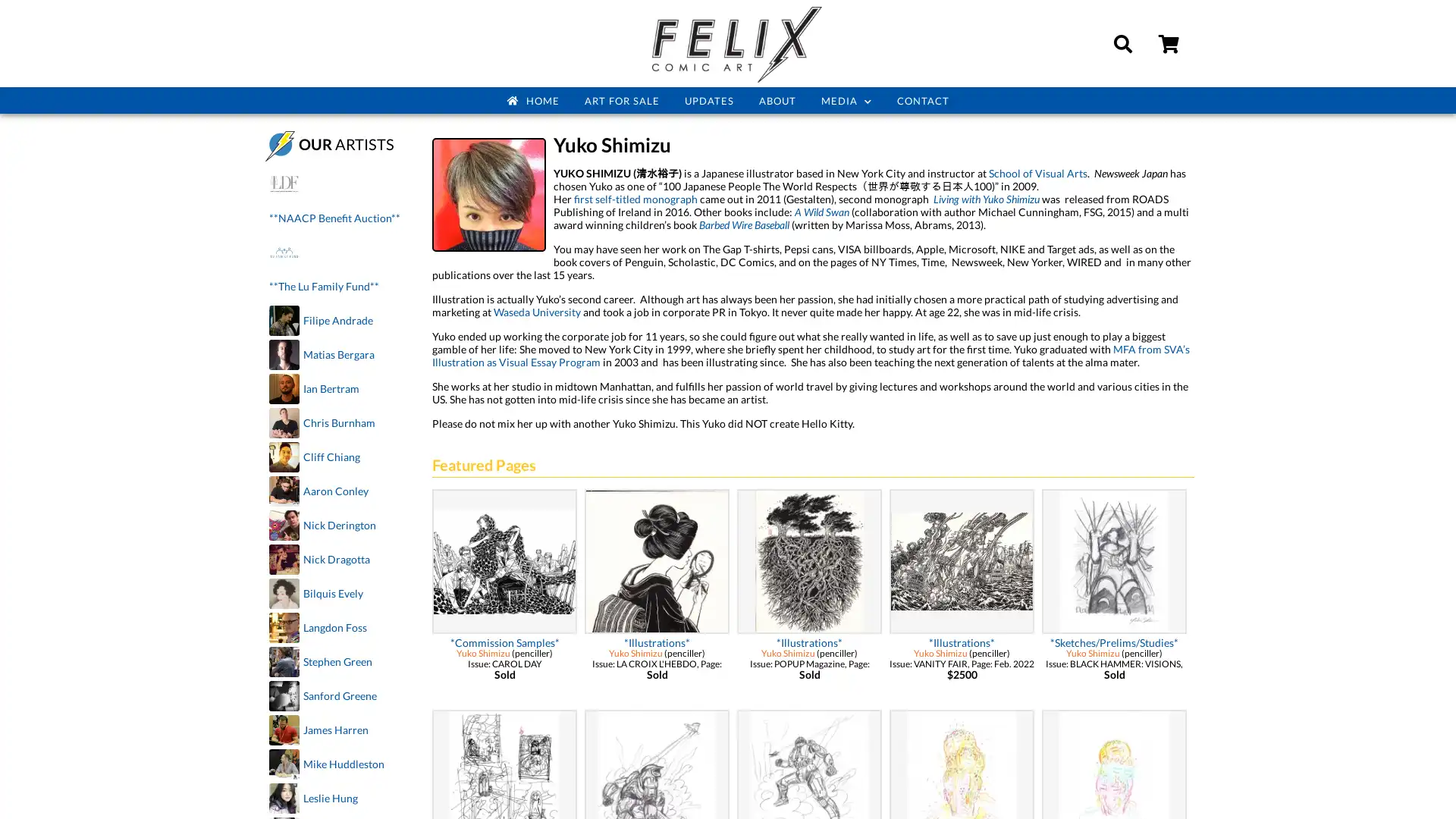  Describe the element at coordinates (1429, 99) in the screenshot. I see `Go!` at that location.